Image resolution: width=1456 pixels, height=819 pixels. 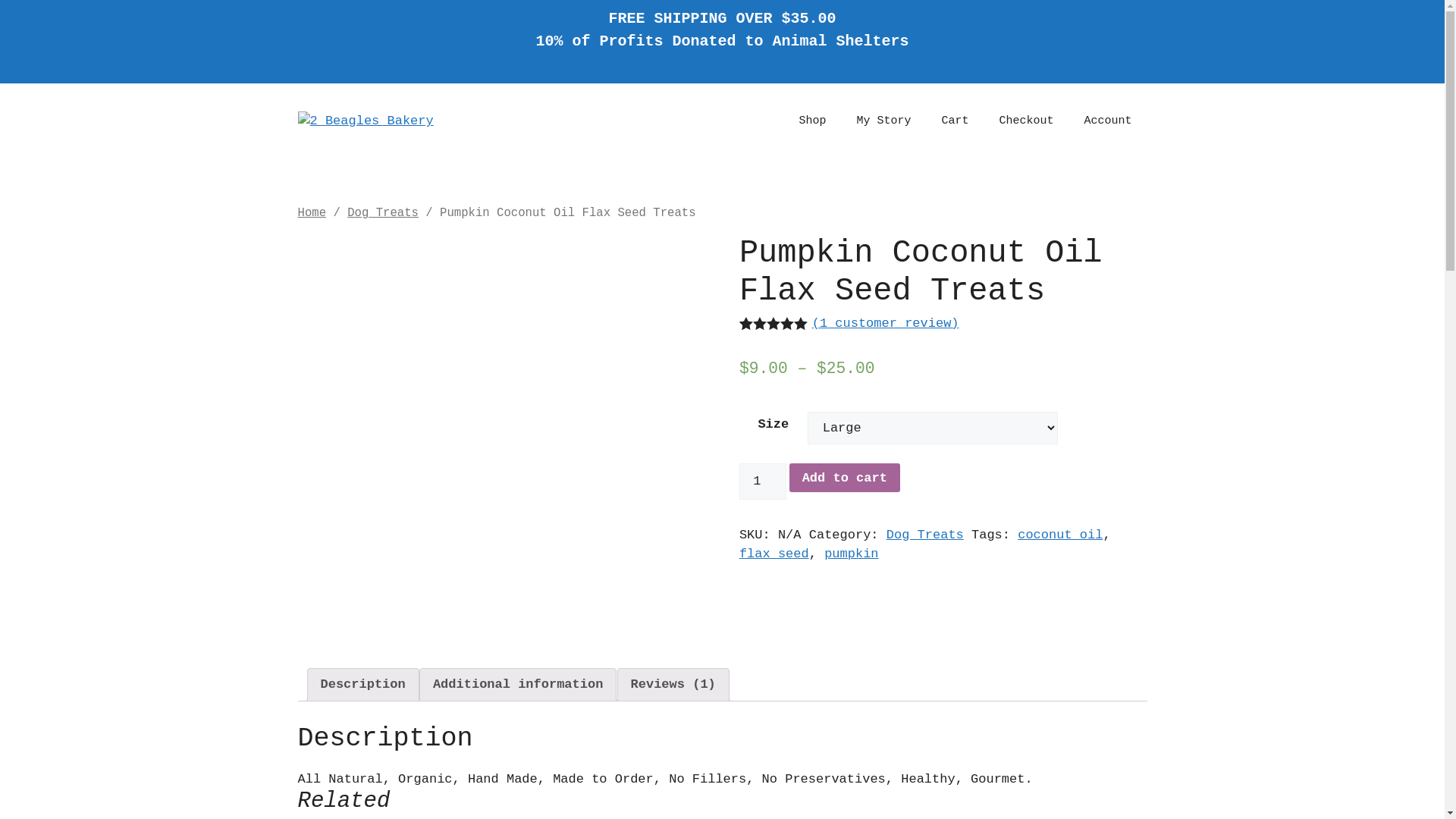 What do you see at coordinates (883, 120) in the screenshot?
I see `'My Story'` at bounding box center [883, 120].